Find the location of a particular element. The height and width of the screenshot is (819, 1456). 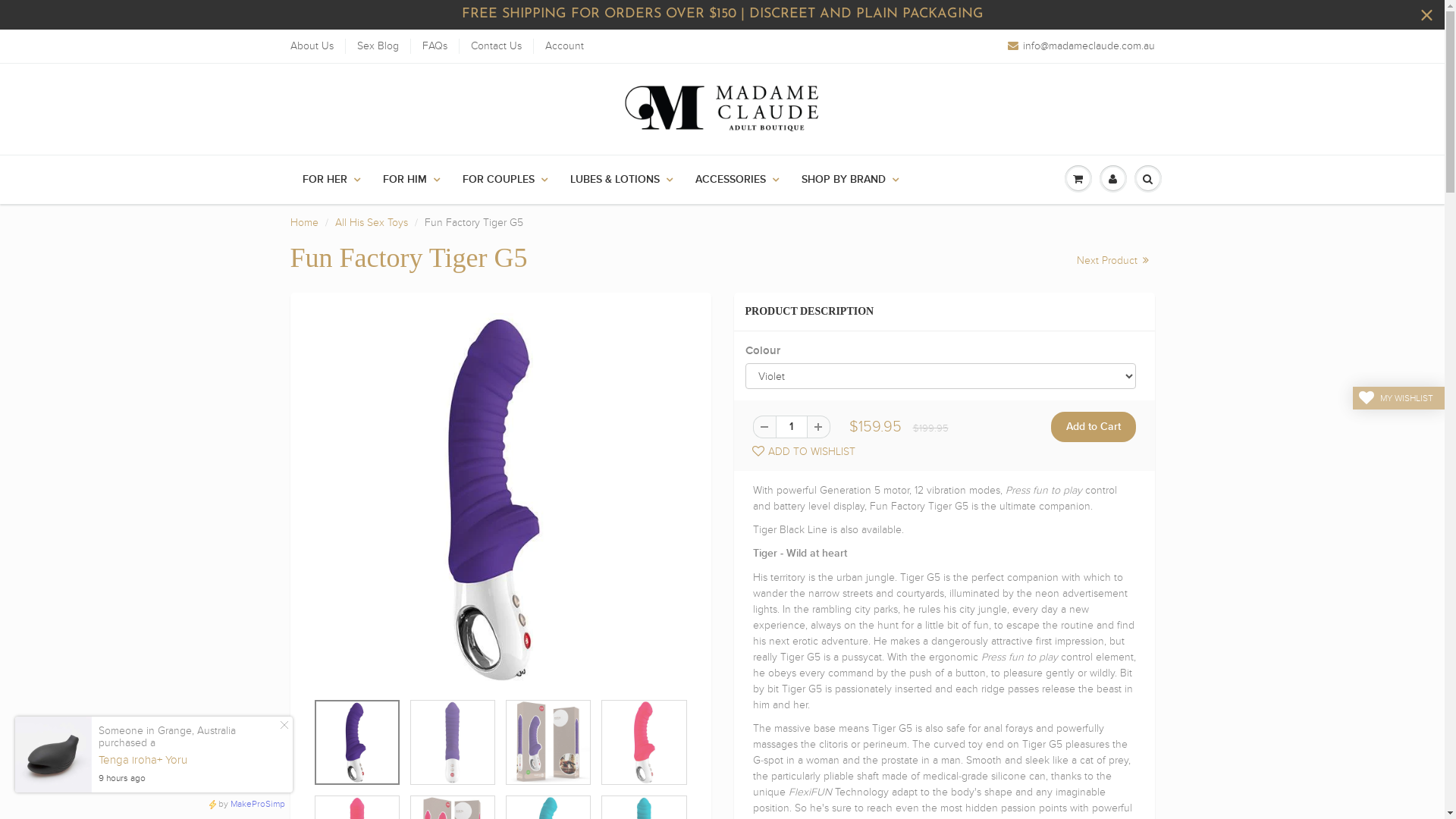

'All His Sex Toys' is located at coordinates (371, 222).